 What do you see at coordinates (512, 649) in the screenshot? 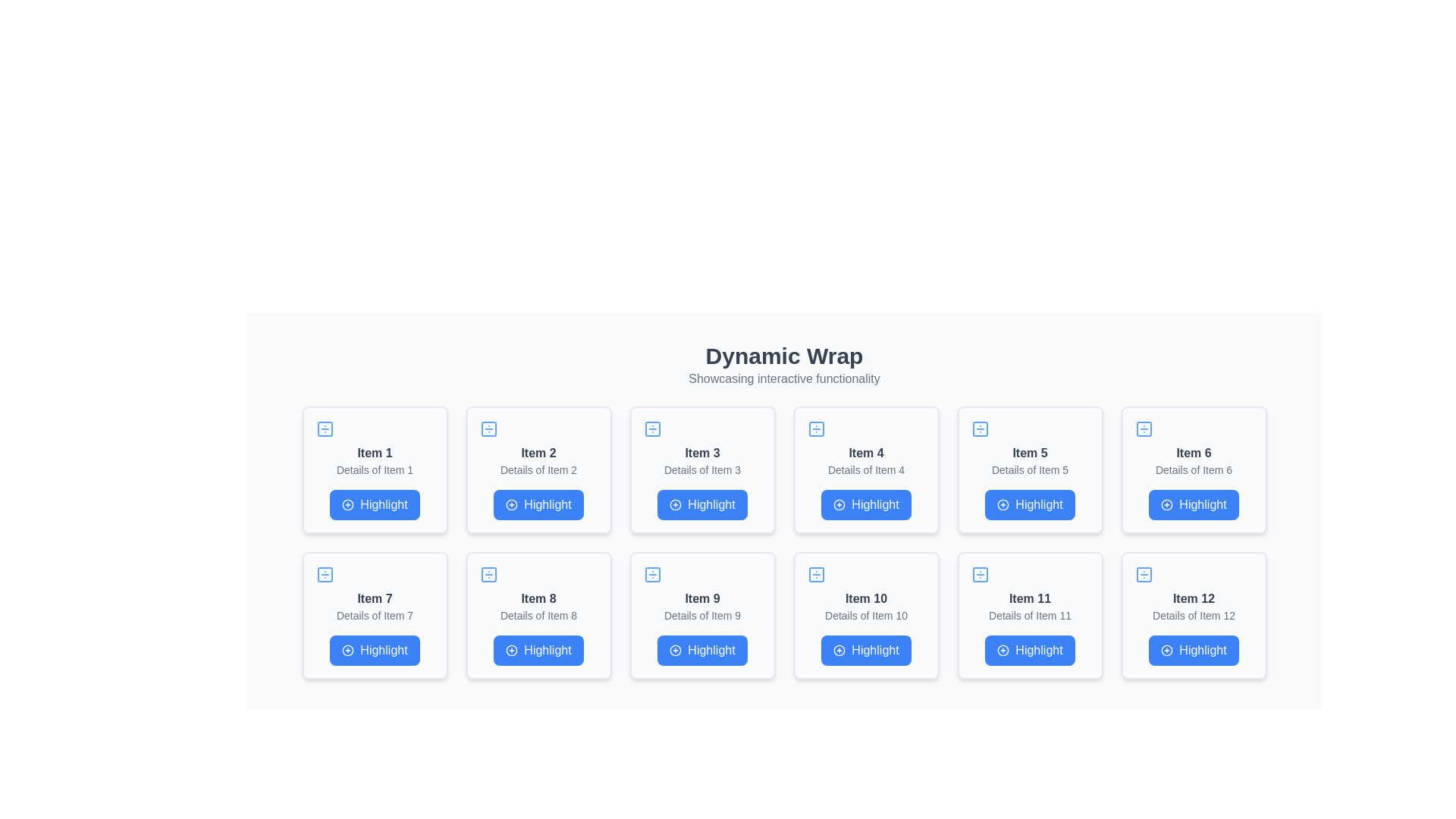
I see `the circular outline with a blue stroke that forms part of the plus icon located to the left of the text 'Highlight' for 'Item 8'` at bounding box center [512, 649].